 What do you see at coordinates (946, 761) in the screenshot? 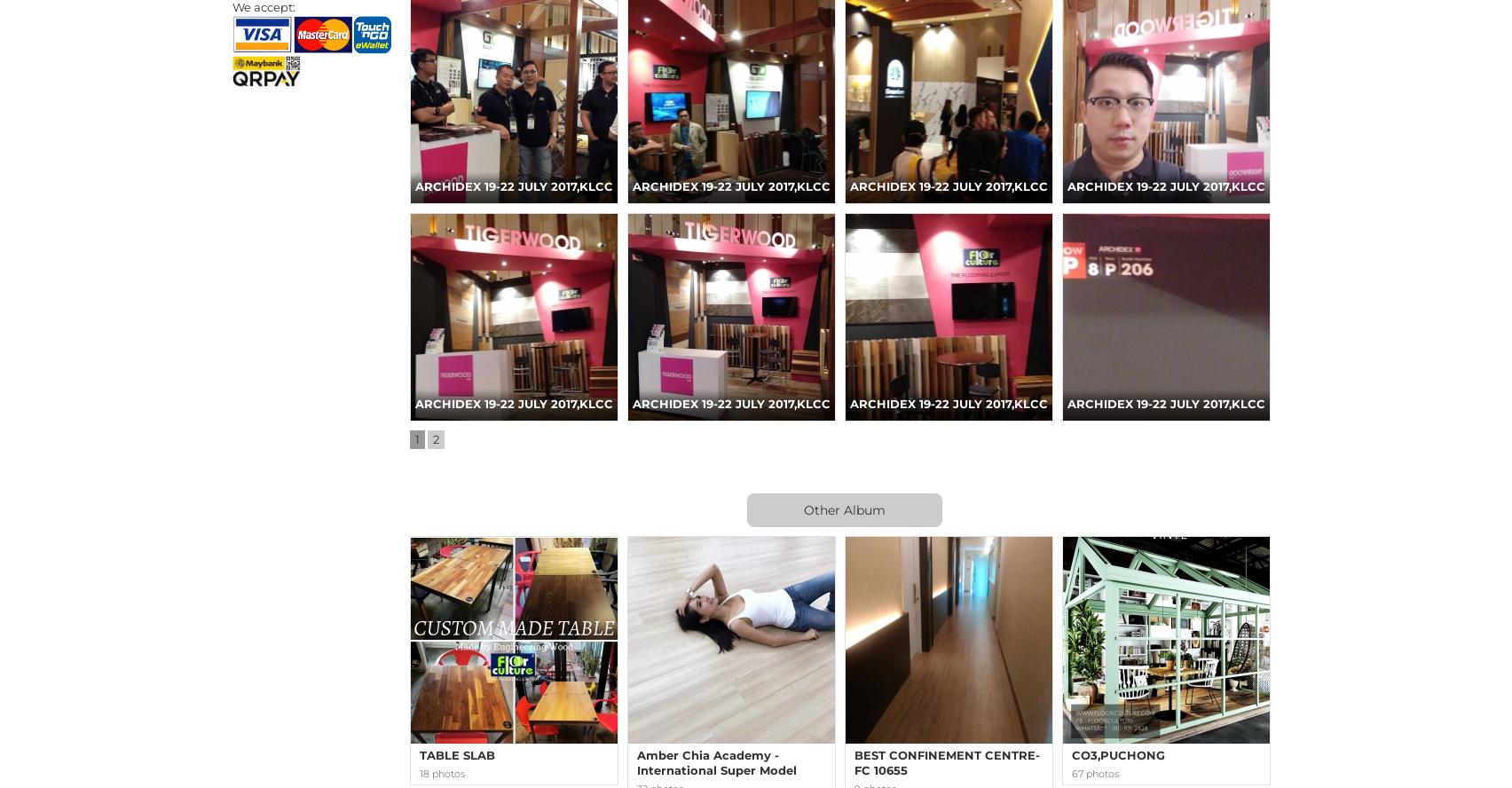
I see `'BEST CONFINEMENT CENTRE-FC 10655'` at bounding box center [946, 761].